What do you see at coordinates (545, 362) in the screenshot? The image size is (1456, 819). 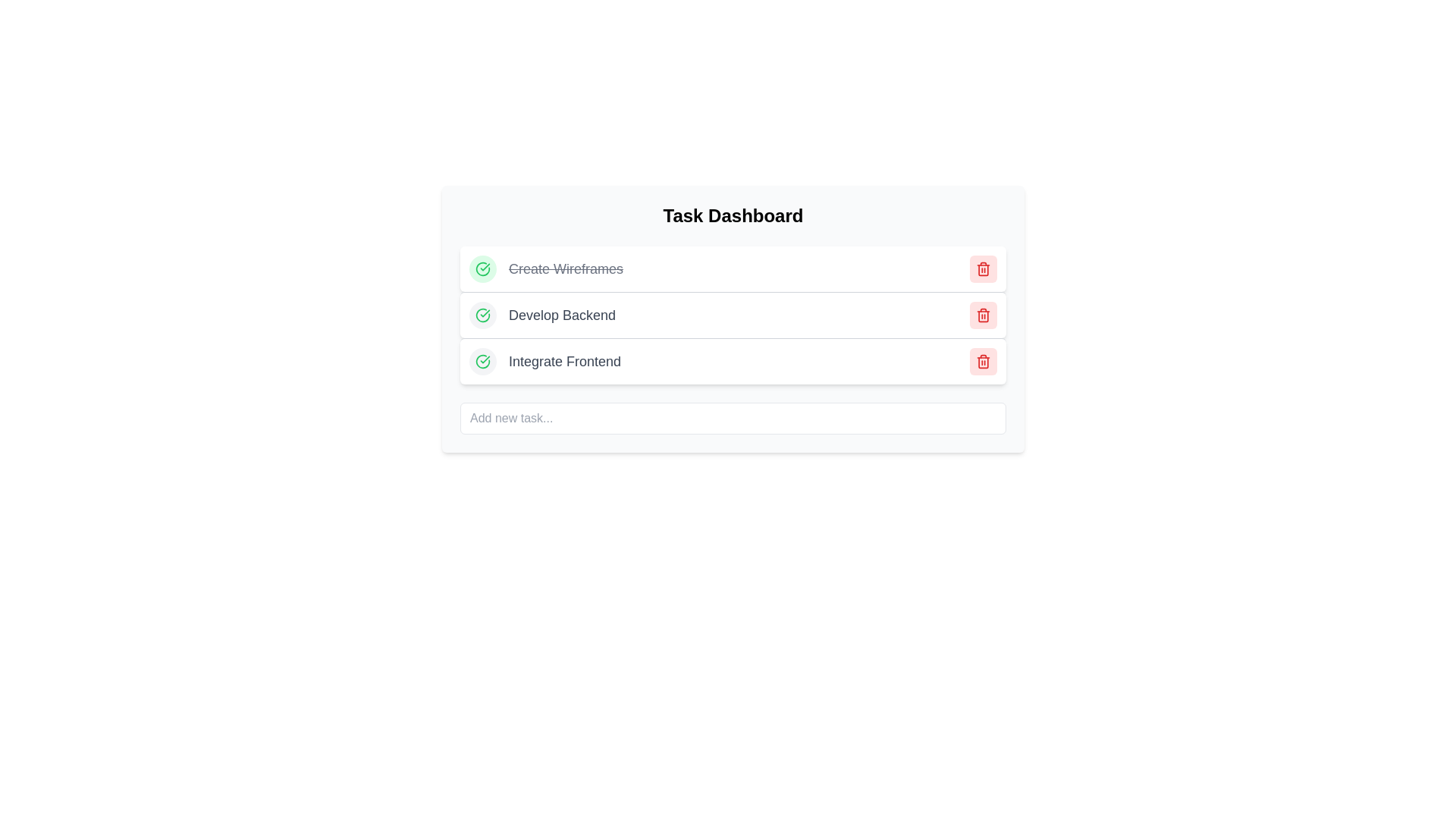 I see `the task labeled 'Integrate Frontend' in the task dashboard` at bounding box center [545, 362].